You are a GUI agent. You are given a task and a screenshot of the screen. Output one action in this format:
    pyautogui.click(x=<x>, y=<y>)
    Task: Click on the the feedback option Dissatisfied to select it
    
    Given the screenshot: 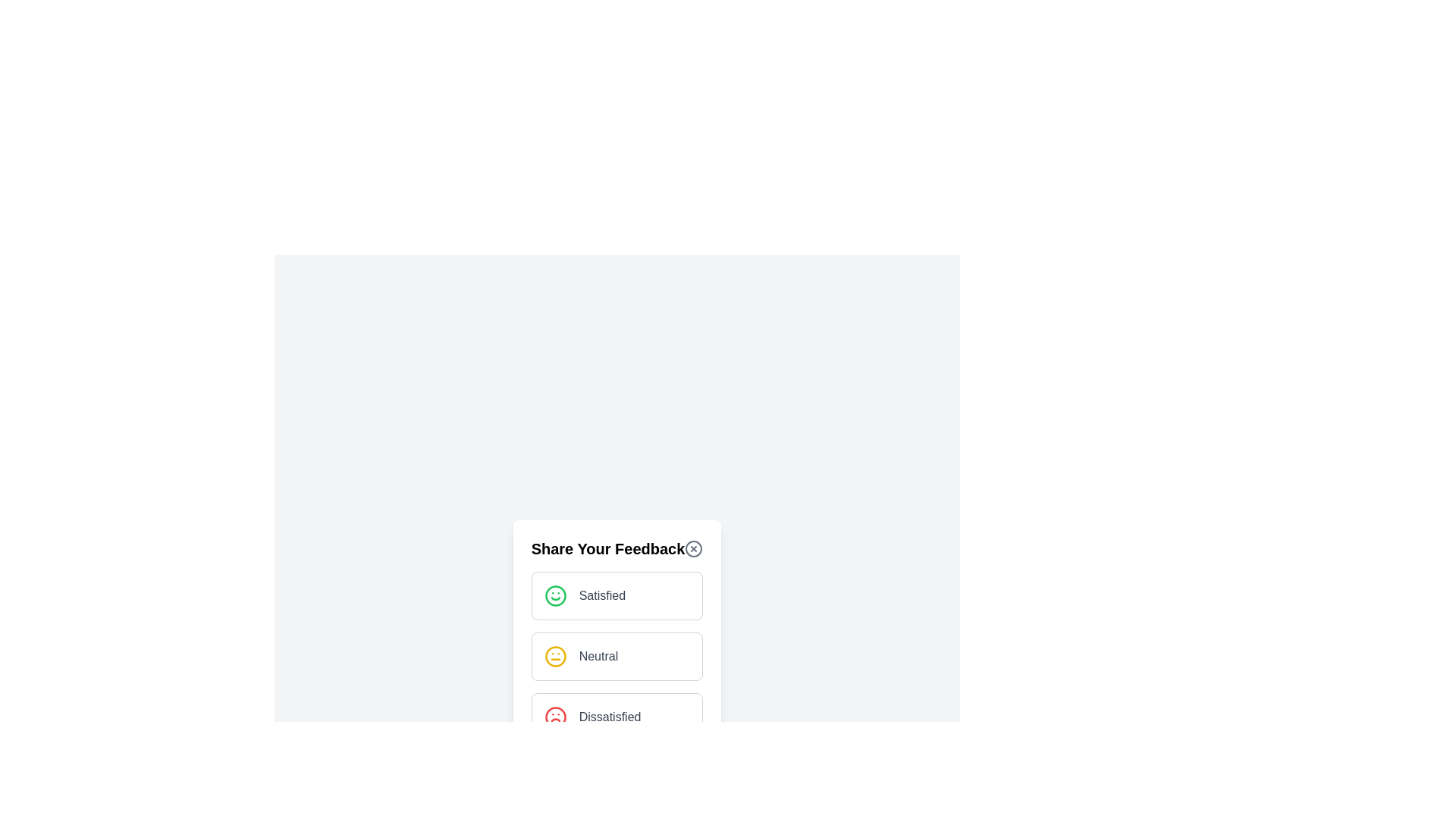 What is the action you would take?
    pyautogui.click(x=617, y=717)
    